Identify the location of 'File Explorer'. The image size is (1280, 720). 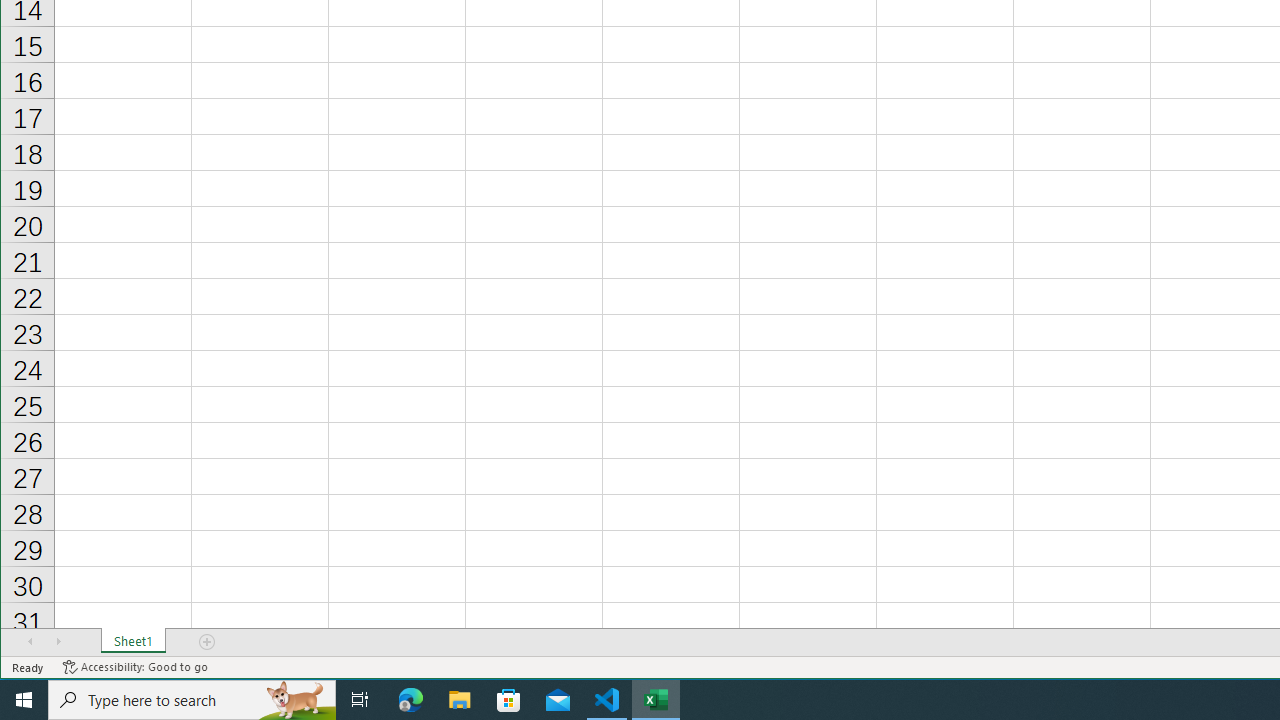
(459, 698).